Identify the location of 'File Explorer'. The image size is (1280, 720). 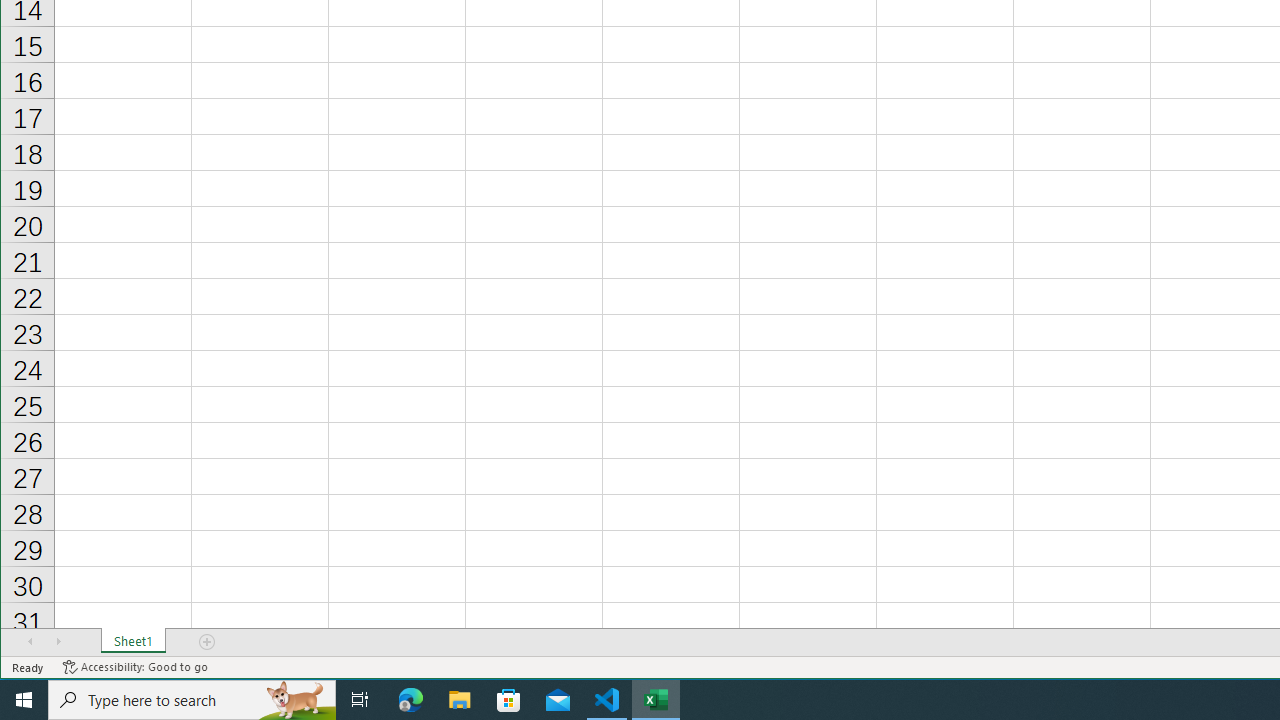
(459, 698).